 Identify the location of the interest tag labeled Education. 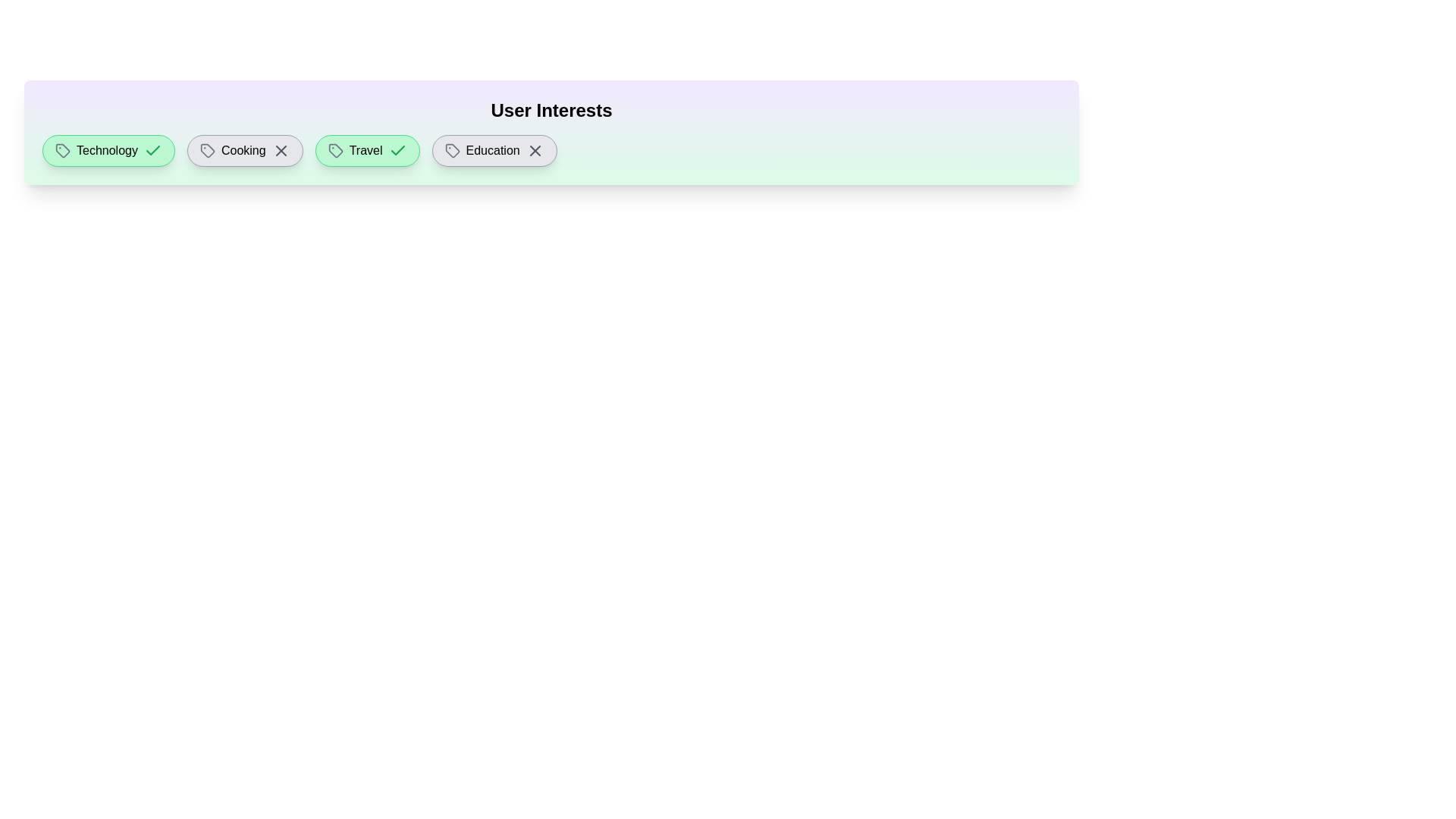
(494, 151).